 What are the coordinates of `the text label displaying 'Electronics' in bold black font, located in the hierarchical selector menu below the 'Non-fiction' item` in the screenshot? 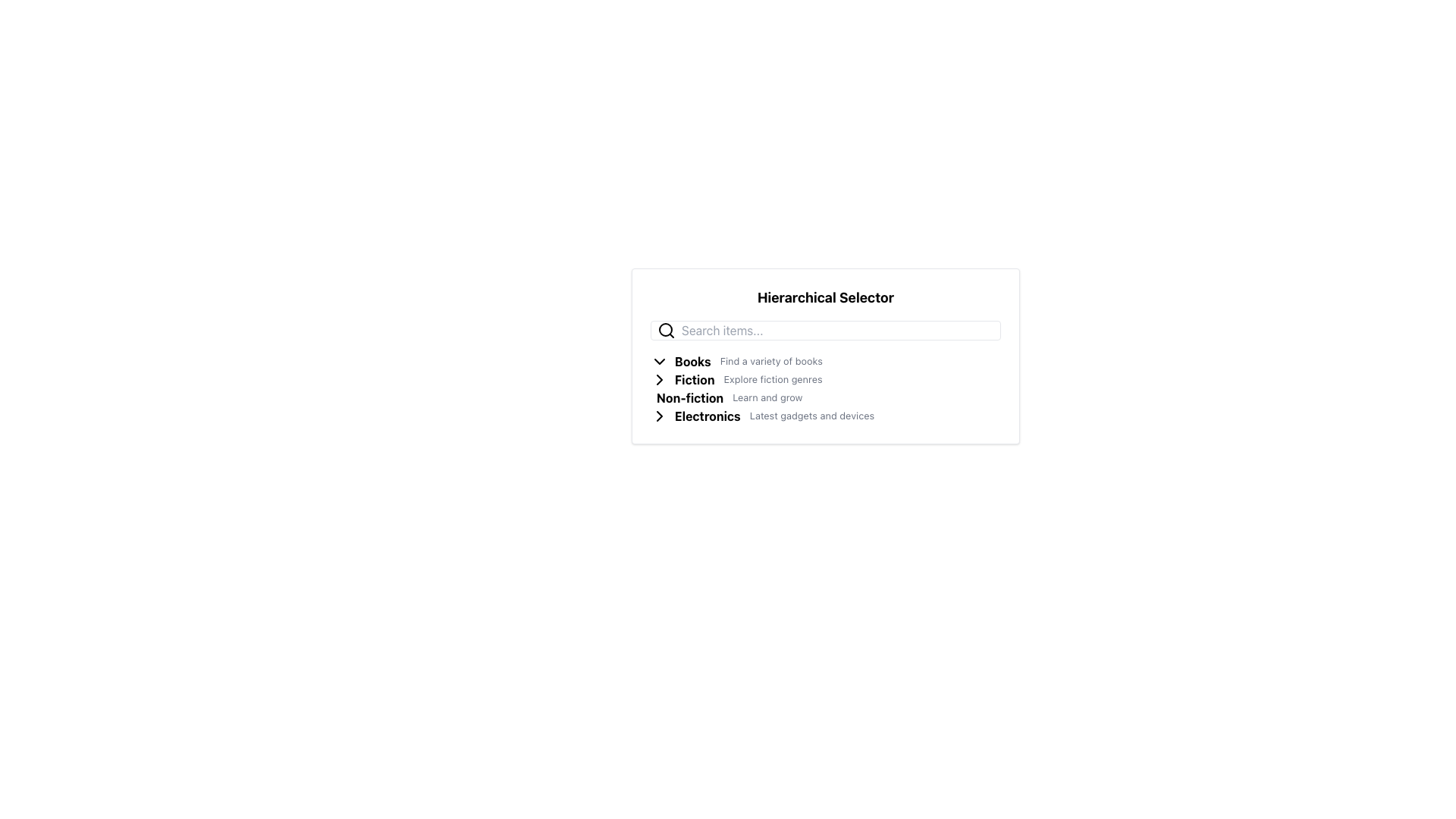 It's located at (707, 416).